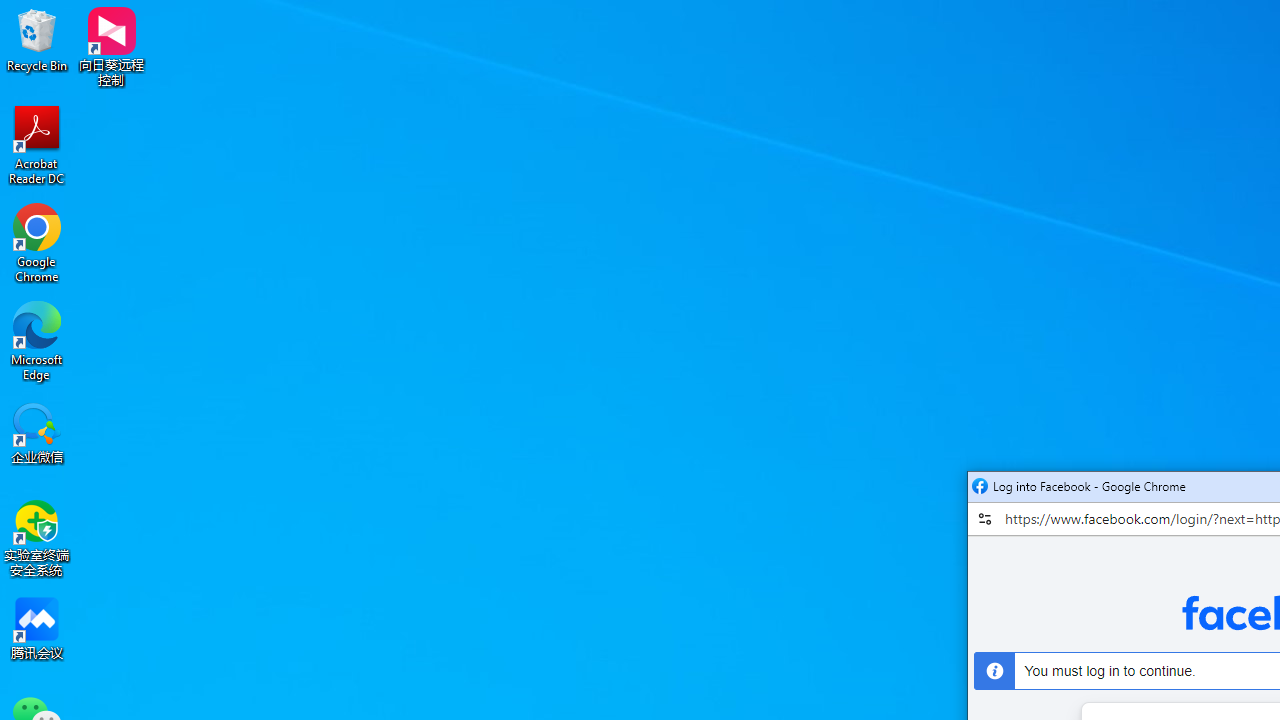  Describe the element at coordinates (37, 340) in the screenshot. I see `'Microsoft Edge'` at that location.